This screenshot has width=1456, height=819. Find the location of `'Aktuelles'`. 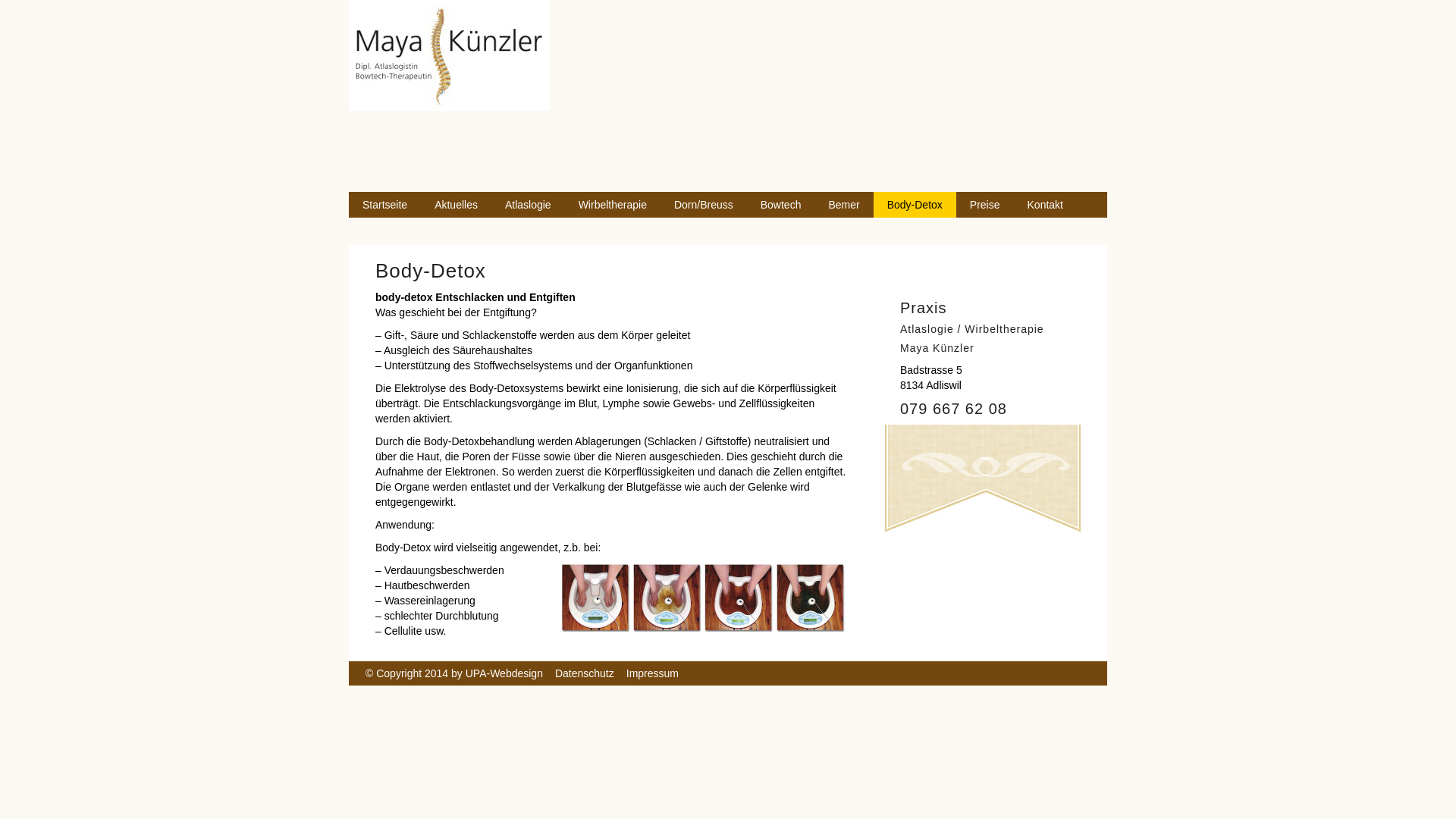

'Aktuelles' is located at coordinates (455, 205).